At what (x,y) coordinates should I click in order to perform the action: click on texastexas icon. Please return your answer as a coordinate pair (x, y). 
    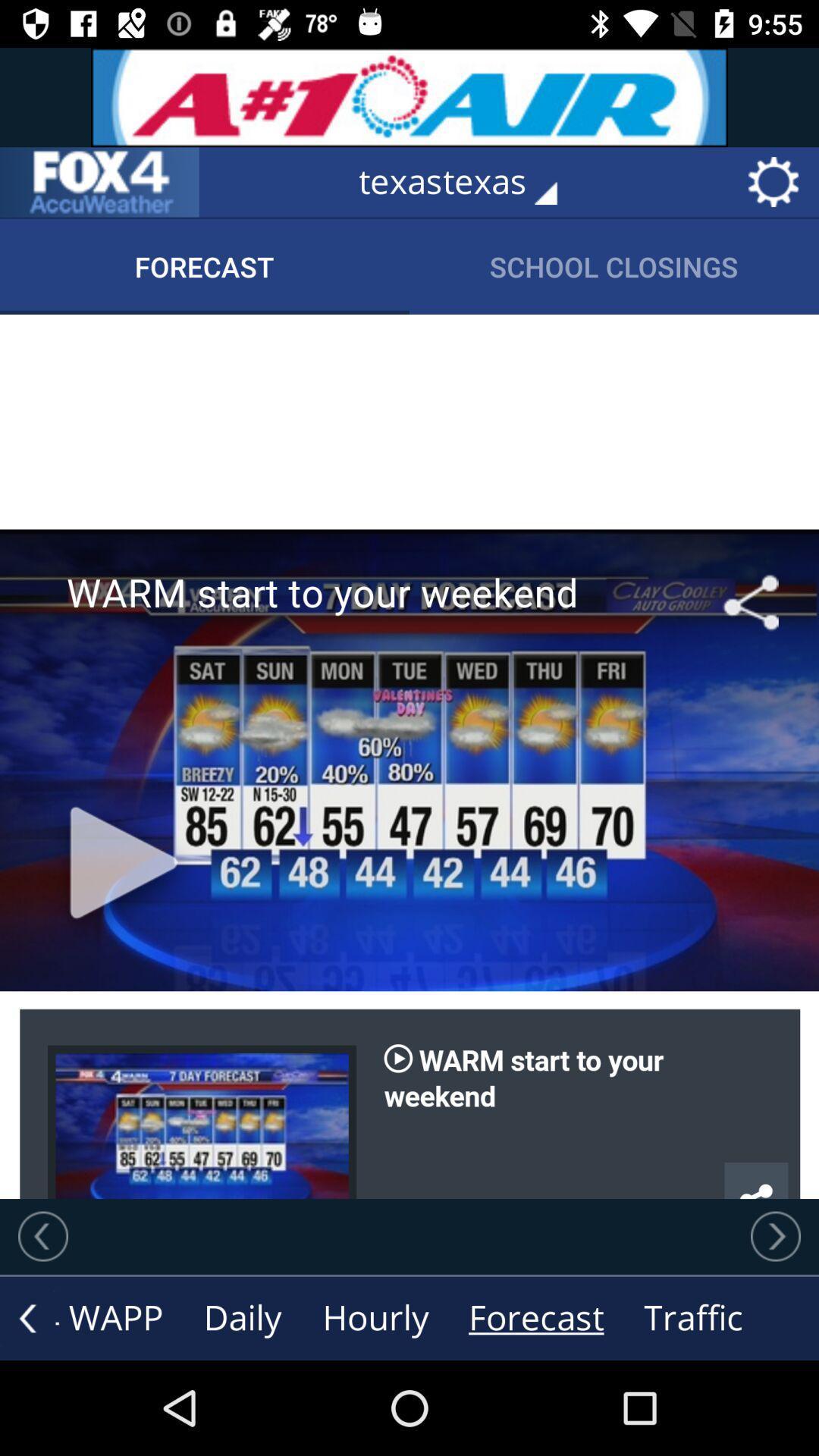
    Looking at the image, I should click on (468, 182).